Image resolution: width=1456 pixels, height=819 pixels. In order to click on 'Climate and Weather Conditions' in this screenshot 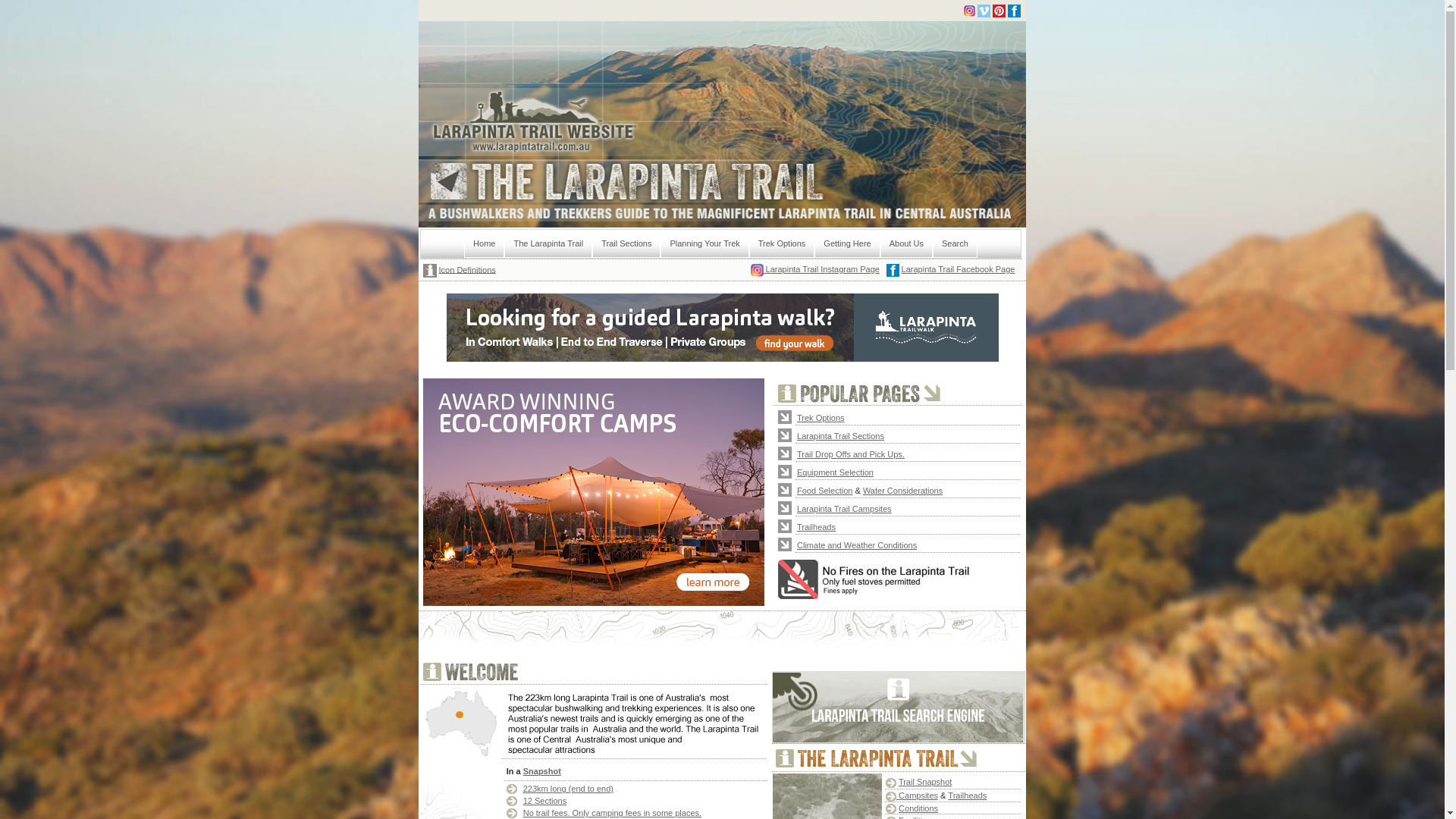, I will do `click(856, 543)`.